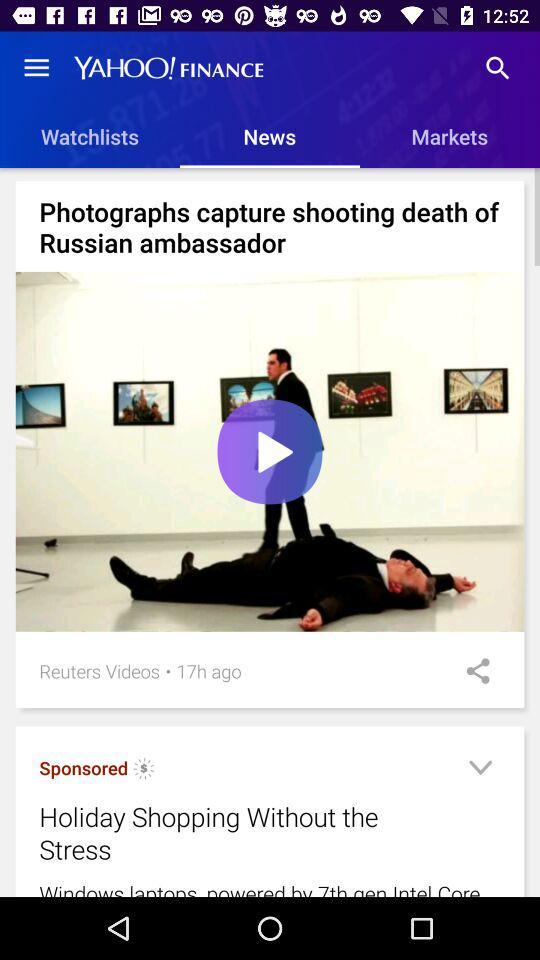 This screenshot has height=960, width=540. Describe the element at coordinates (479, 770) in the screenshot. I see `opens drop menu` at that location.